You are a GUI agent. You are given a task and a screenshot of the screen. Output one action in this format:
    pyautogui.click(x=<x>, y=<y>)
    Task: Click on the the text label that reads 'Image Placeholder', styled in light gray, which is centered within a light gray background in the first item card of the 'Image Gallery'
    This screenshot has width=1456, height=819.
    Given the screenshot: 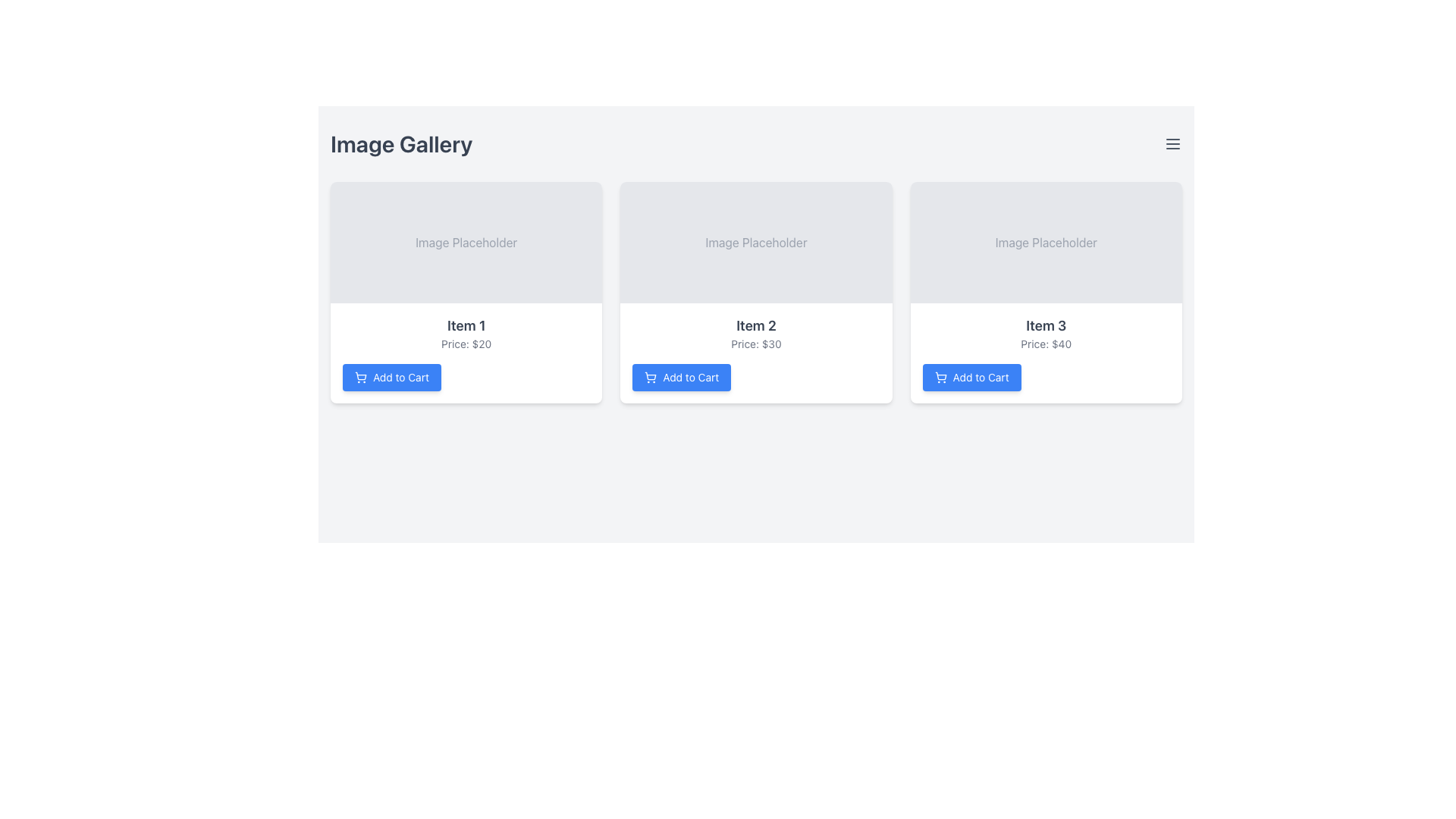 What is the action you would take?
    pyautogui.click(x=466, y=242)
    